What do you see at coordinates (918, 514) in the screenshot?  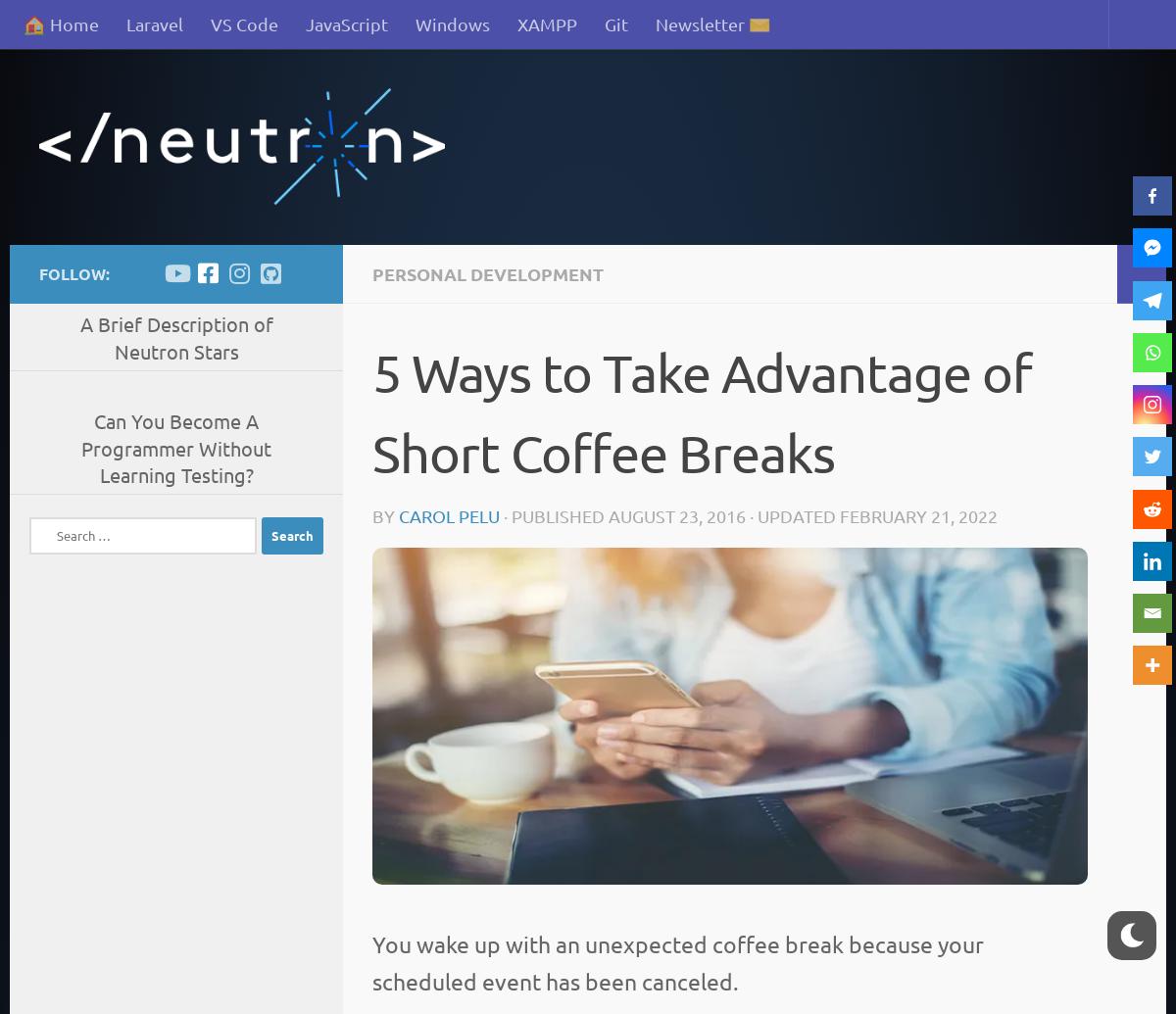 I see `'February 21, 2022'` at bounding box center [918, 514].